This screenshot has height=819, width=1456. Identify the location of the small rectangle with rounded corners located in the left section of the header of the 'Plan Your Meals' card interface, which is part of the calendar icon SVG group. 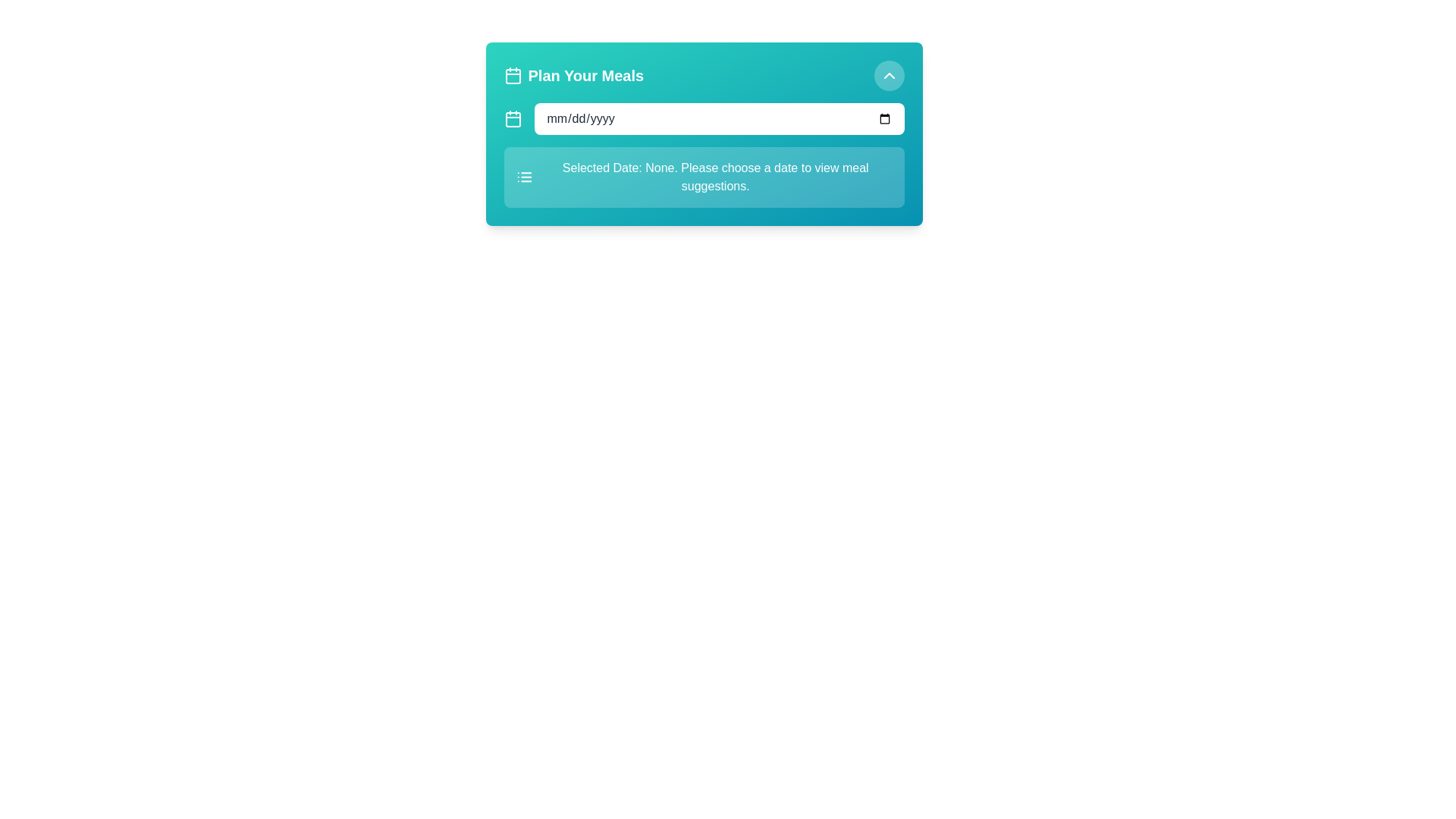
(513, 76).